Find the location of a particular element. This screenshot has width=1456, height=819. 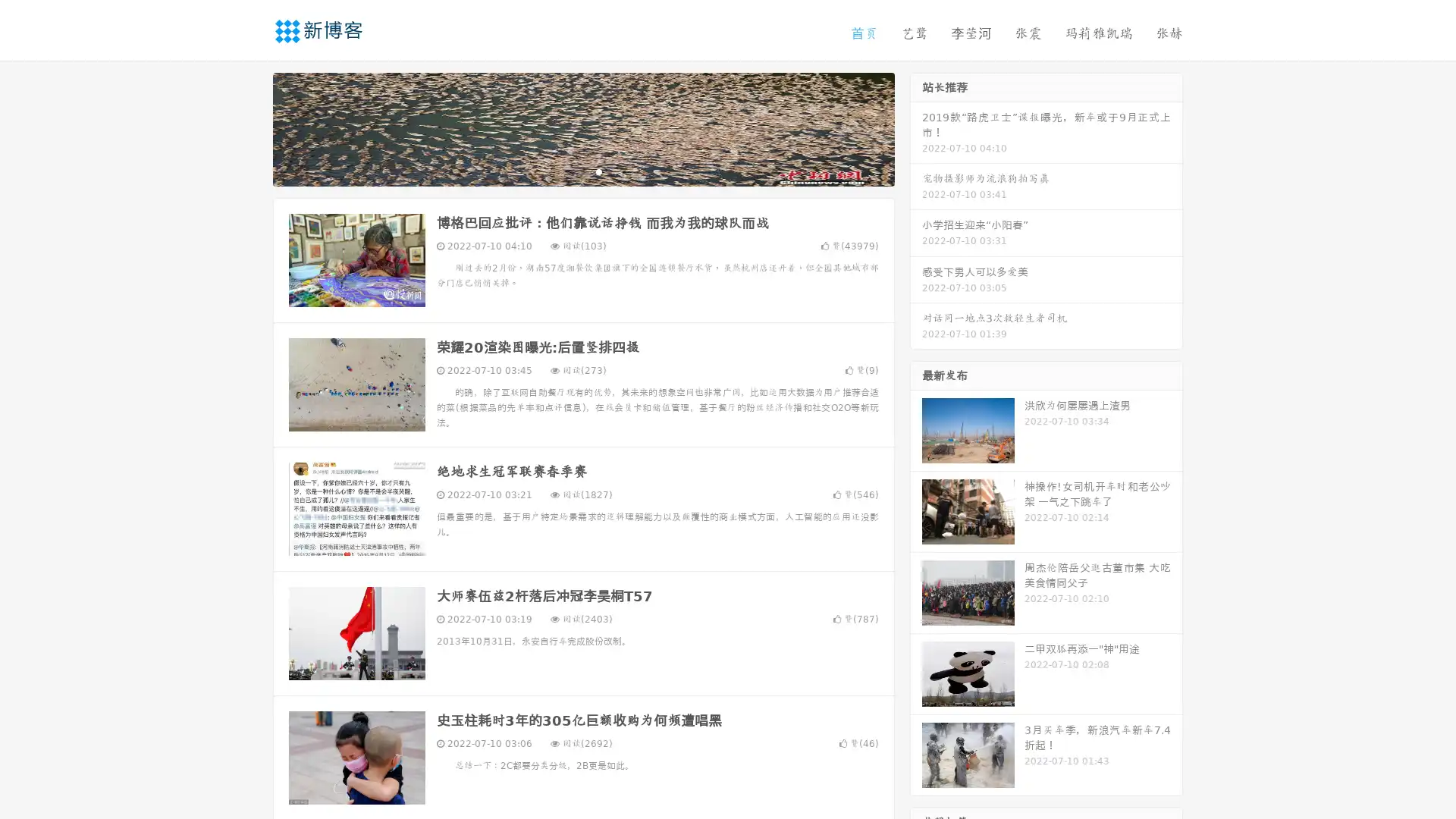

Next slide is located at coordinates (916, 127).